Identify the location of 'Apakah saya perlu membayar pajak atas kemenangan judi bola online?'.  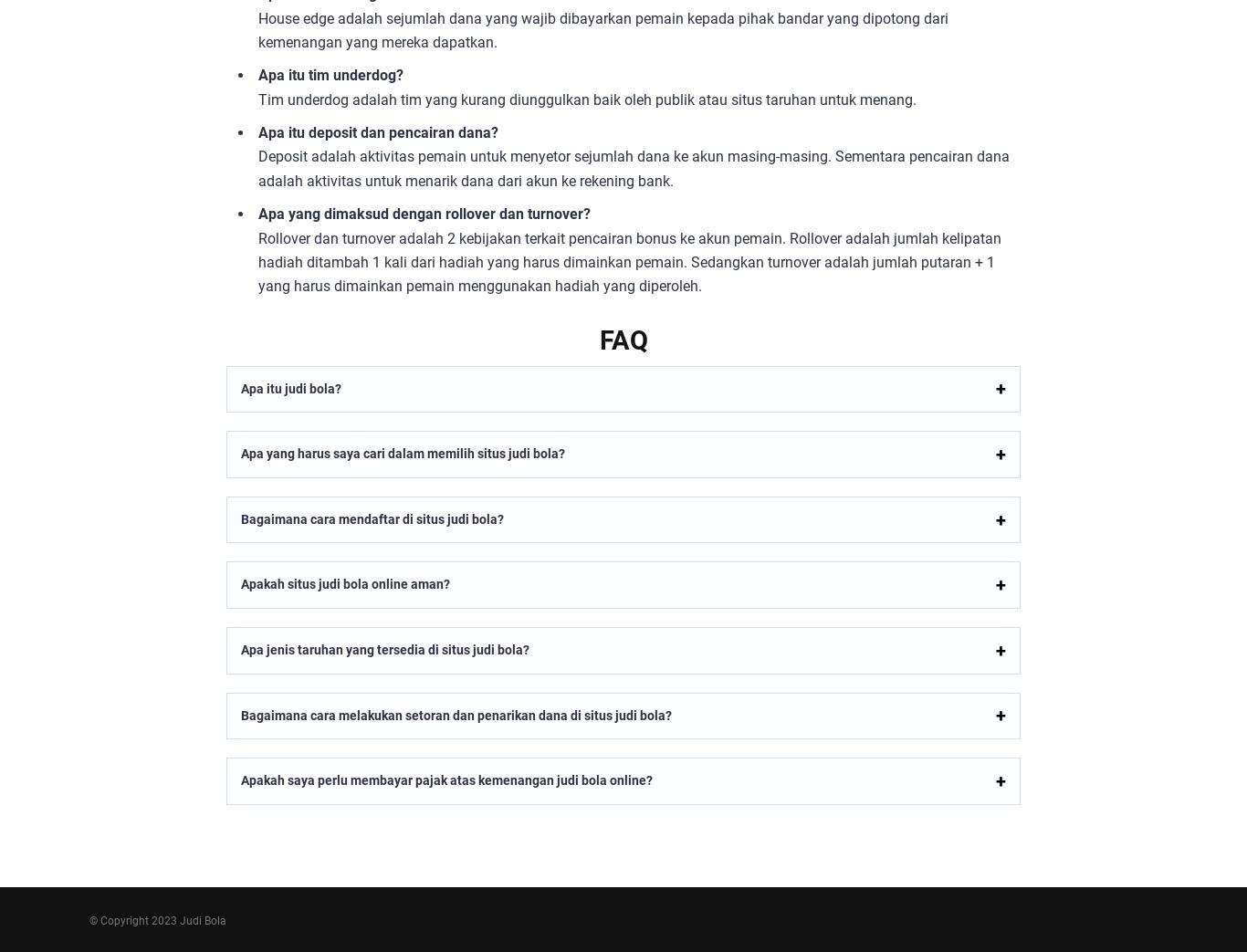
(446, 780).